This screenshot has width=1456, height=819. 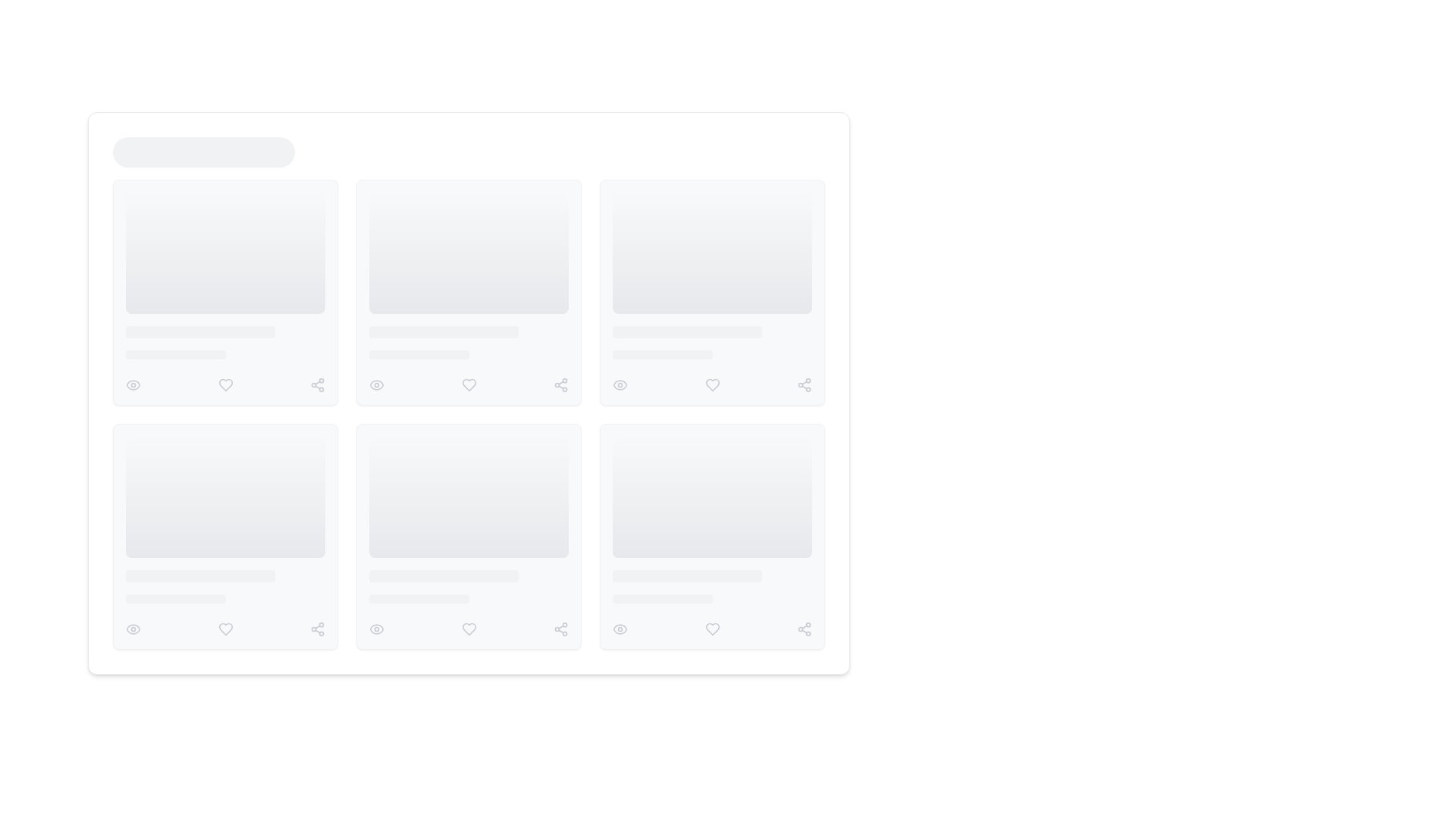 I want to click on the decorative placeholder component, which is a rectangular box with rounded corners and a gradient background, located at the top of the card layout, so click(x=468, y=253).